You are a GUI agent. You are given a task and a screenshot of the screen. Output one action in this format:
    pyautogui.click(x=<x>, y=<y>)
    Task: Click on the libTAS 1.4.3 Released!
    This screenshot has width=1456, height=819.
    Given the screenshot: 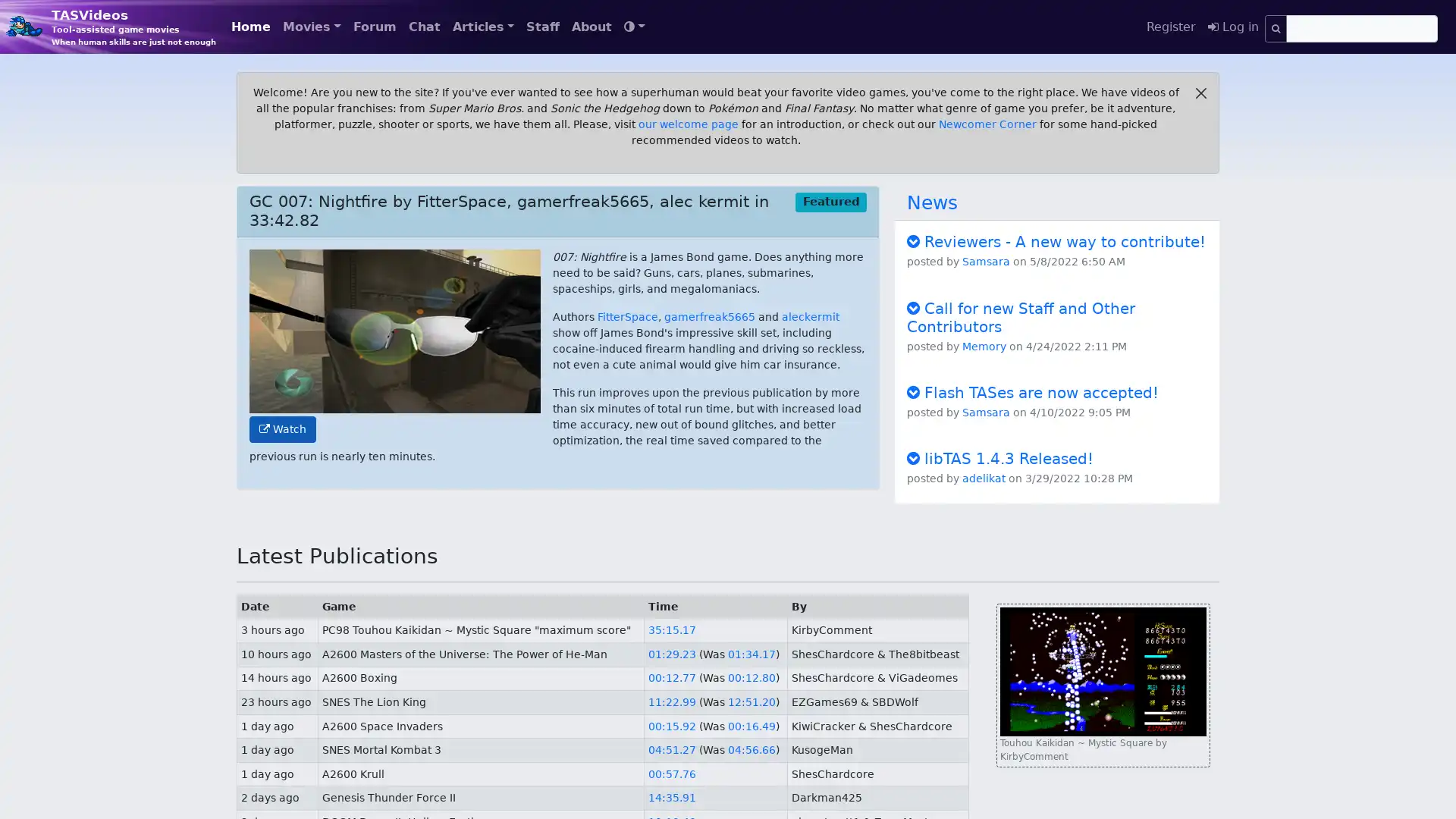 What is the action you would take?
    pyautogui.click(x=1000, y=457)
    